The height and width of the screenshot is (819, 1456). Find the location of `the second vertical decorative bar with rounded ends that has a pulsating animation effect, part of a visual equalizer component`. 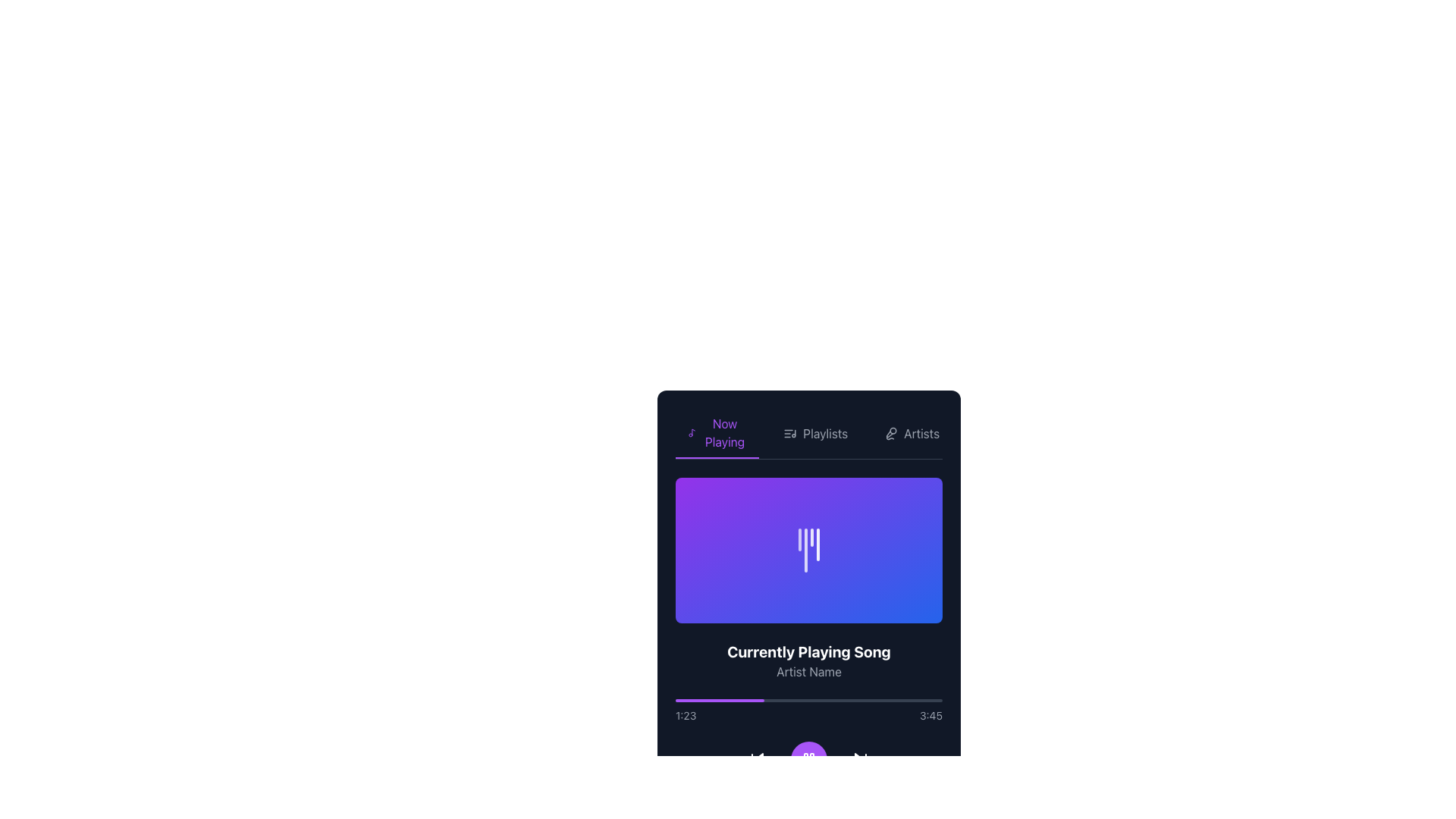

the second vertical decorative bar with rounded ends that has a pulsating animation effect, part of a visual equalizer component is located at coordinates (805, 550).